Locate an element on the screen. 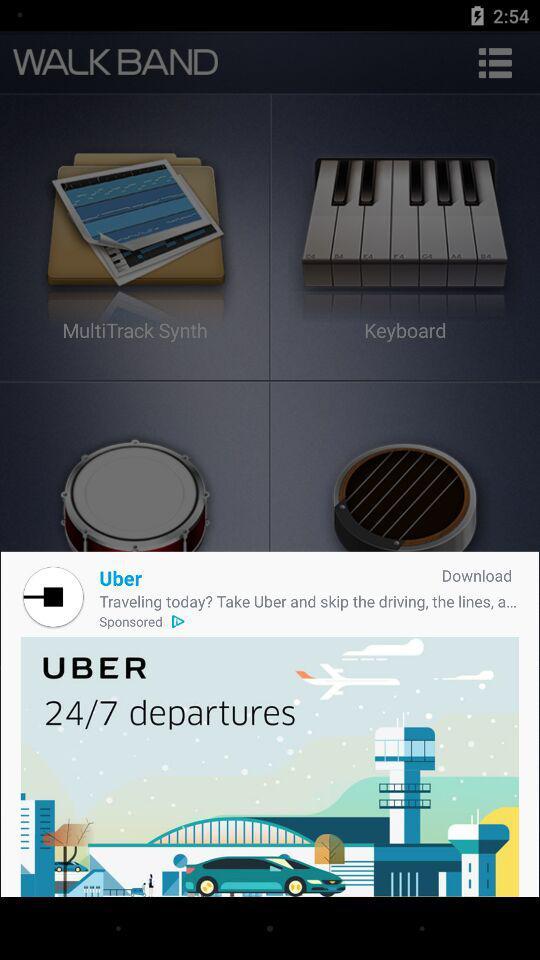  the list icon is located at coordinates (494, 62).